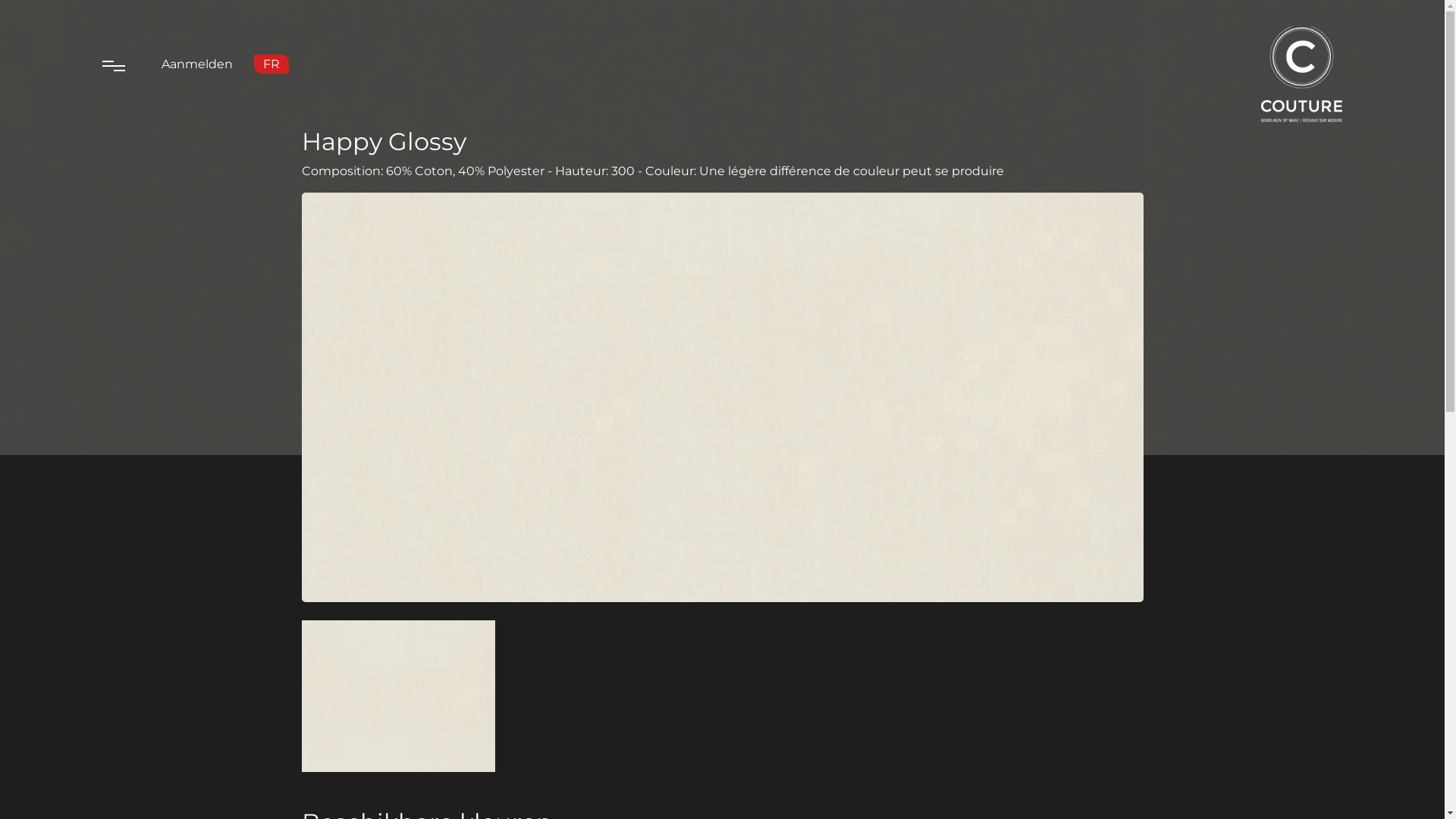 This screenshot has width=1456, height=819. Describe the element at coordinates (196, 63) in the screenshot. I see `'Aanmelden'` at that location.